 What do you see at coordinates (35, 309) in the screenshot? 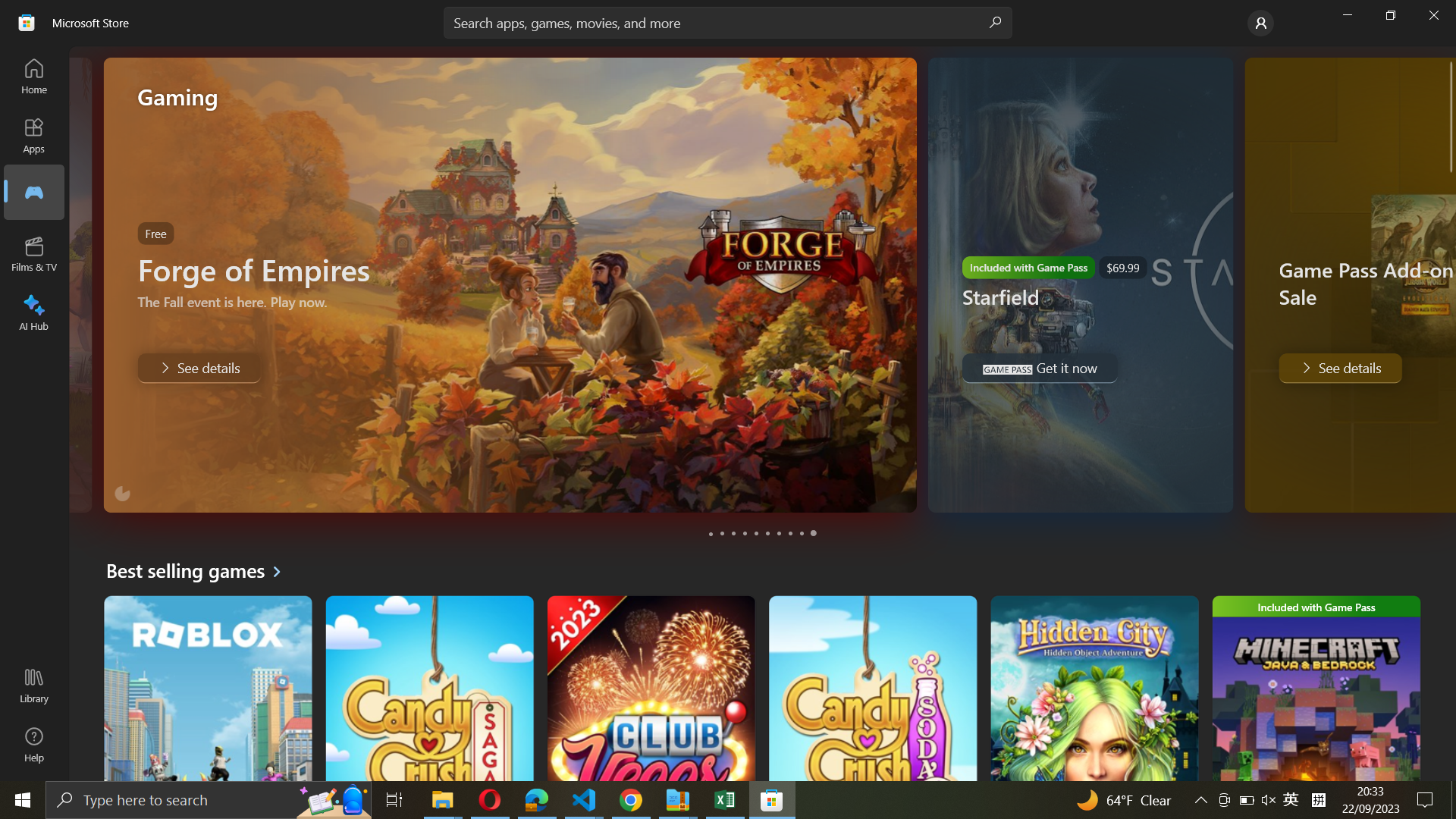
I see `the AI Hub` at bounding box center [35, 309].